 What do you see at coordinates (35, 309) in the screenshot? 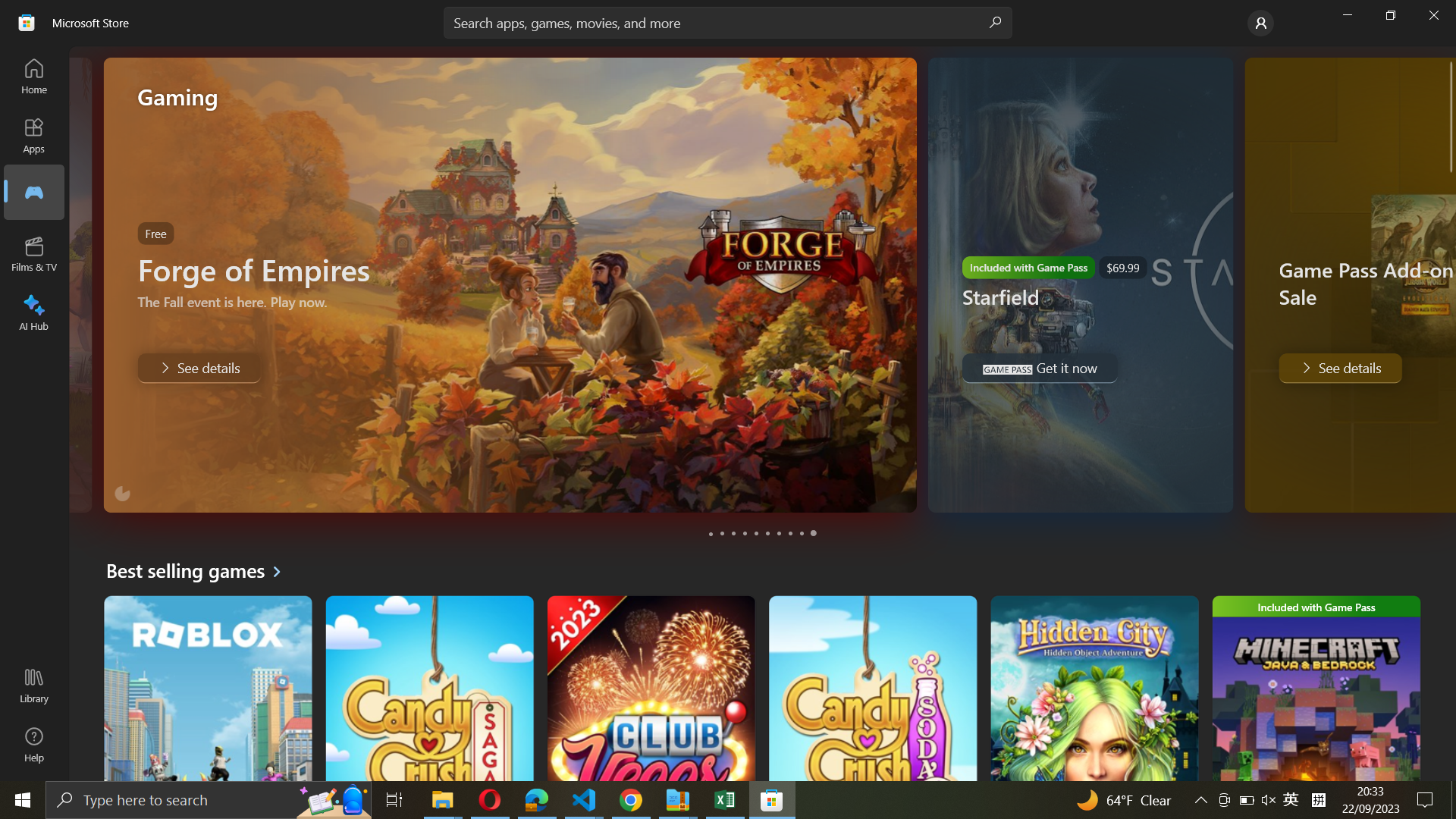
I see `the AI Hub` at bounding box center [35, 309].